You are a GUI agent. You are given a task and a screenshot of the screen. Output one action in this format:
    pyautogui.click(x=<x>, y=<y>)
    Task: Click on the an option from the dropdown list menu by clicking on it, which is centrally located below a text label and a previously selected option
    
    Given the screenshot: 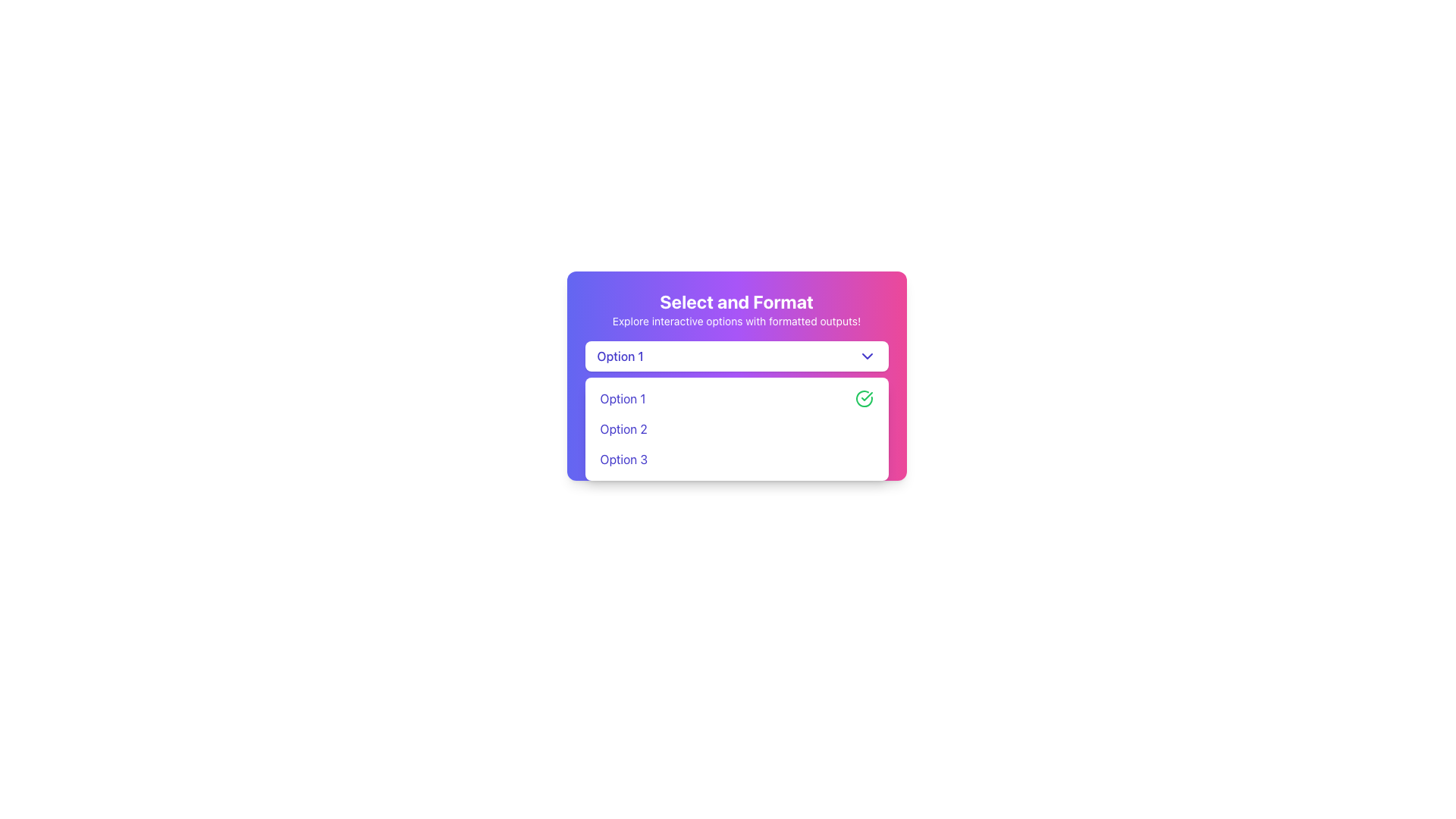 What is the action you would take?
    pyautogui.click(x=736, y=429)
    